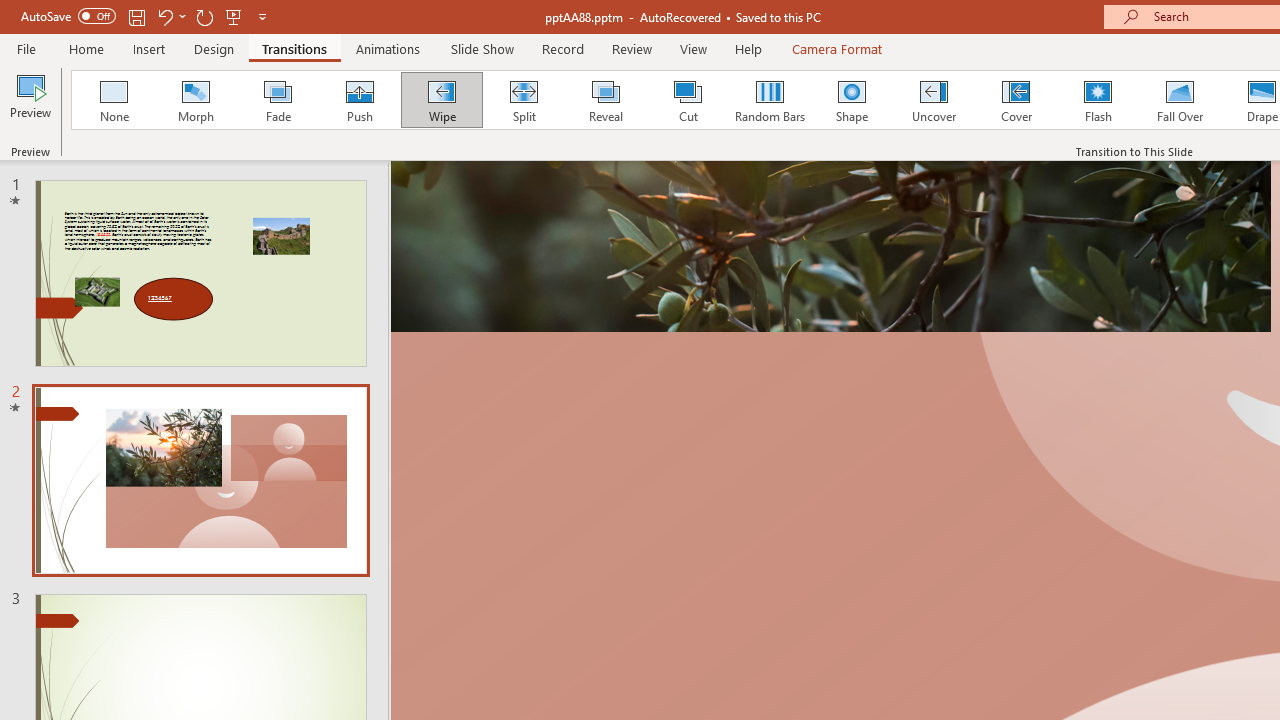 This screenshot has width=1280, height=720. What do you see at coordinates (170, 16) in the screenshot?
I see `'Undo'` at bounding box center [170, 16].